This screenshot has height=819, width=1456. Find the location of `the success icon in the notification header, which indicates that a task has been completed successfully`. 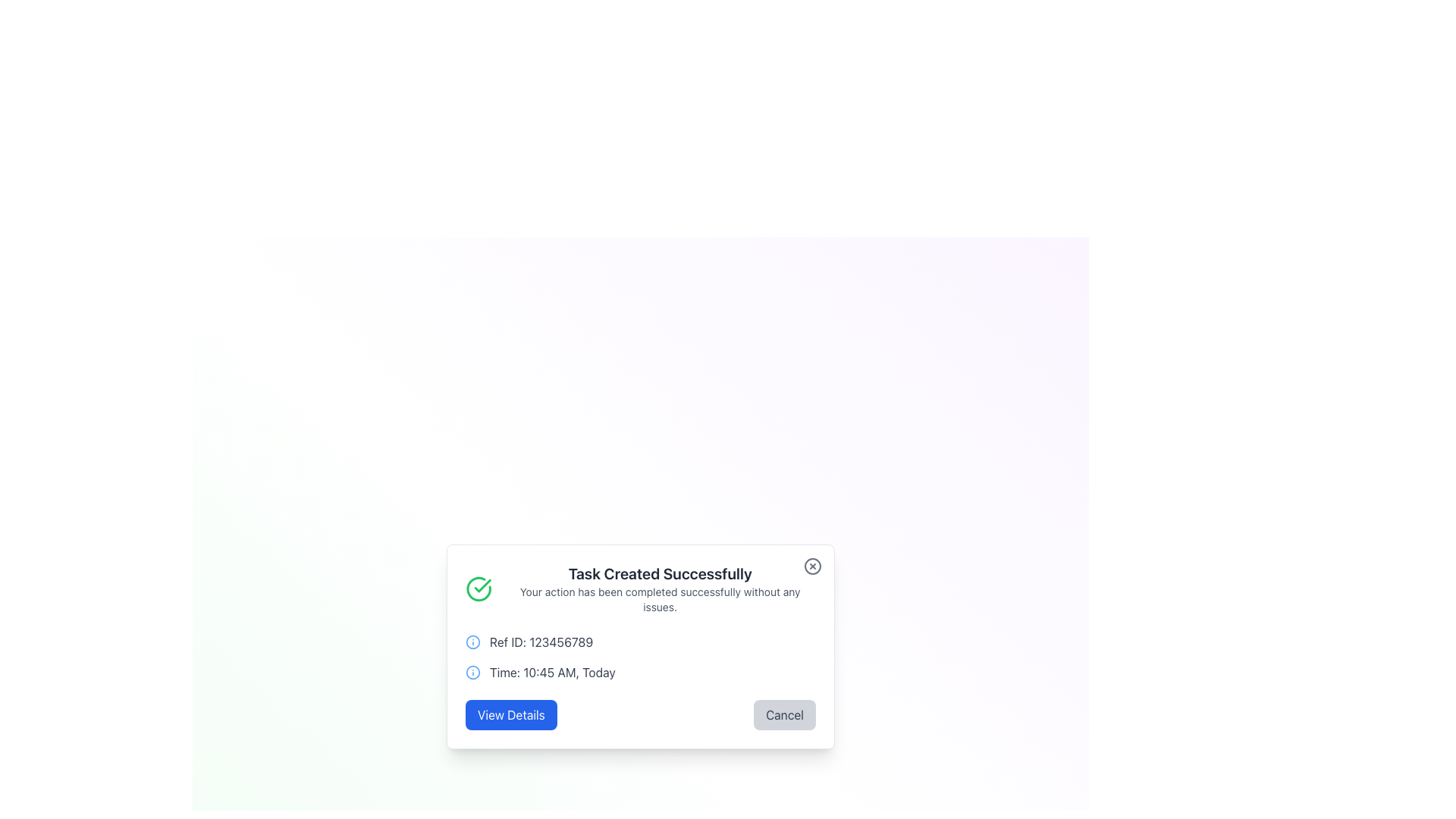

the success icon in the notification header, which indicates that a task has been completed successfully is located at coordinates (478, 588).